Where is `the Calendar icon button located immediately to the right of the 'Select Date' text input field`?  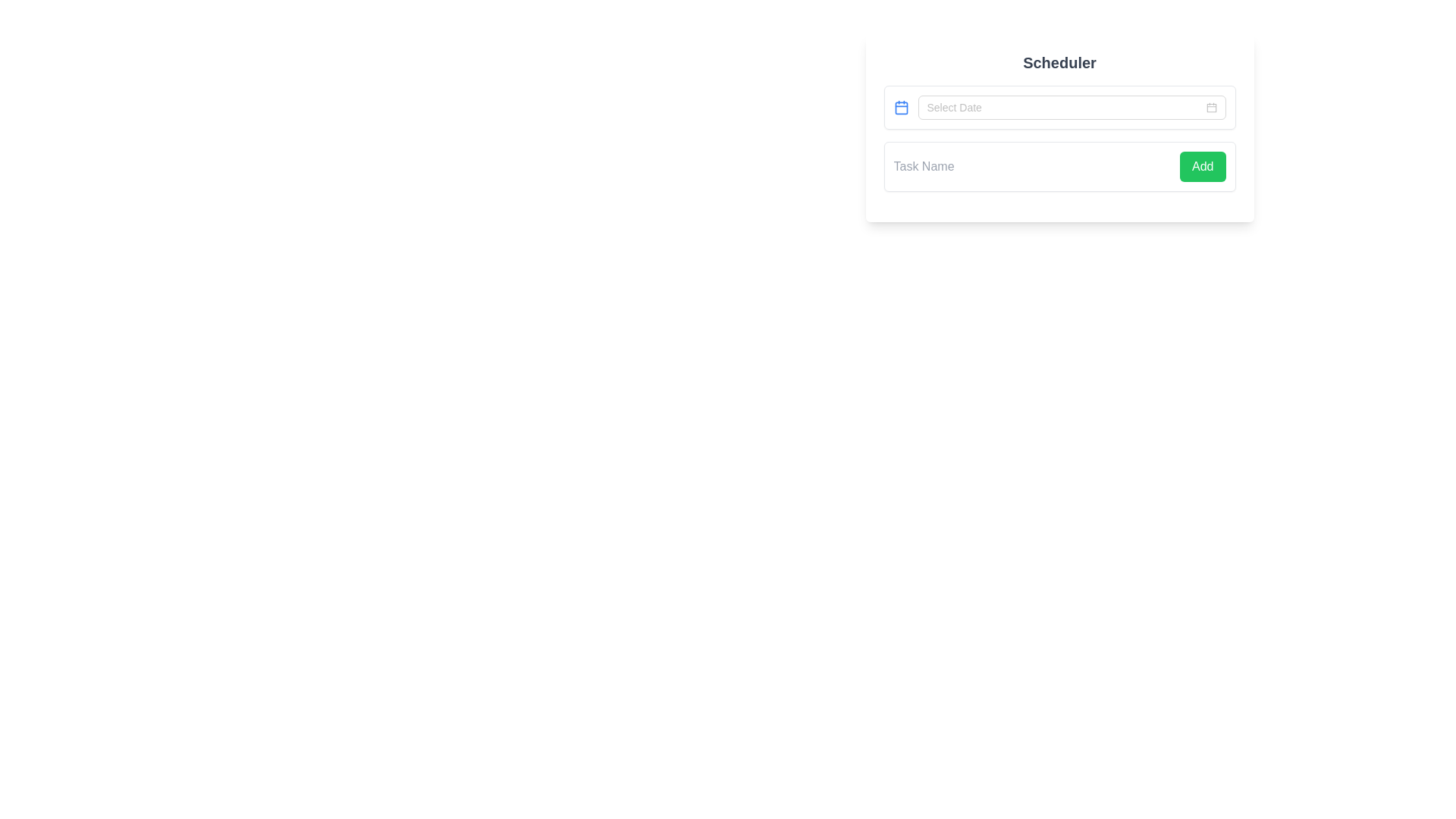 the Calendar icon button located immediately to the right of the 'Select Date' text input field is located at coordinates (1210, 107).